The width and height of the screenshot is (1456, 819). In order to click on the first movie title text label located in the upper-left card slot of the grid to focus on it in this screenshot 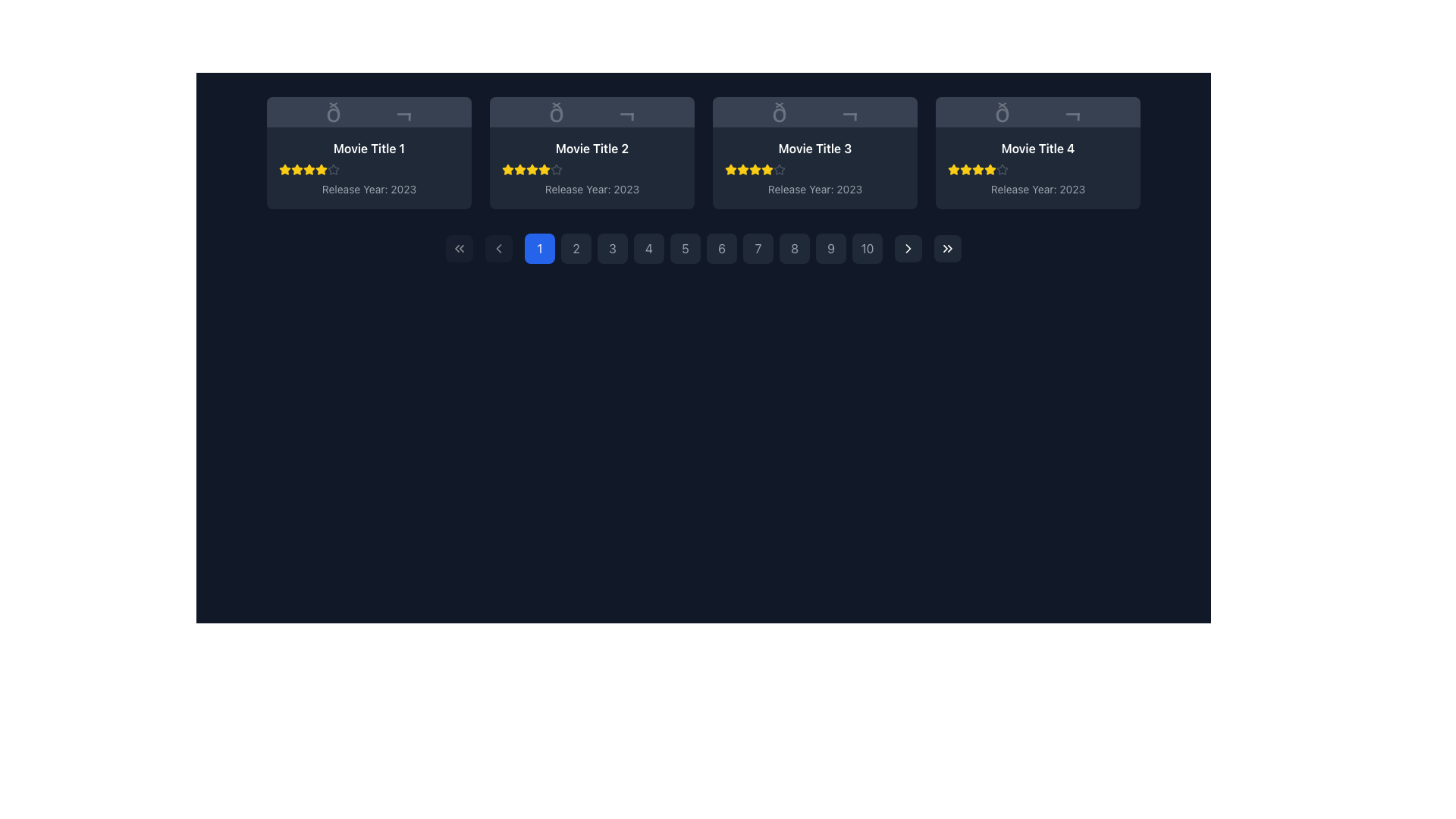, I will do `click(369, 149)`.